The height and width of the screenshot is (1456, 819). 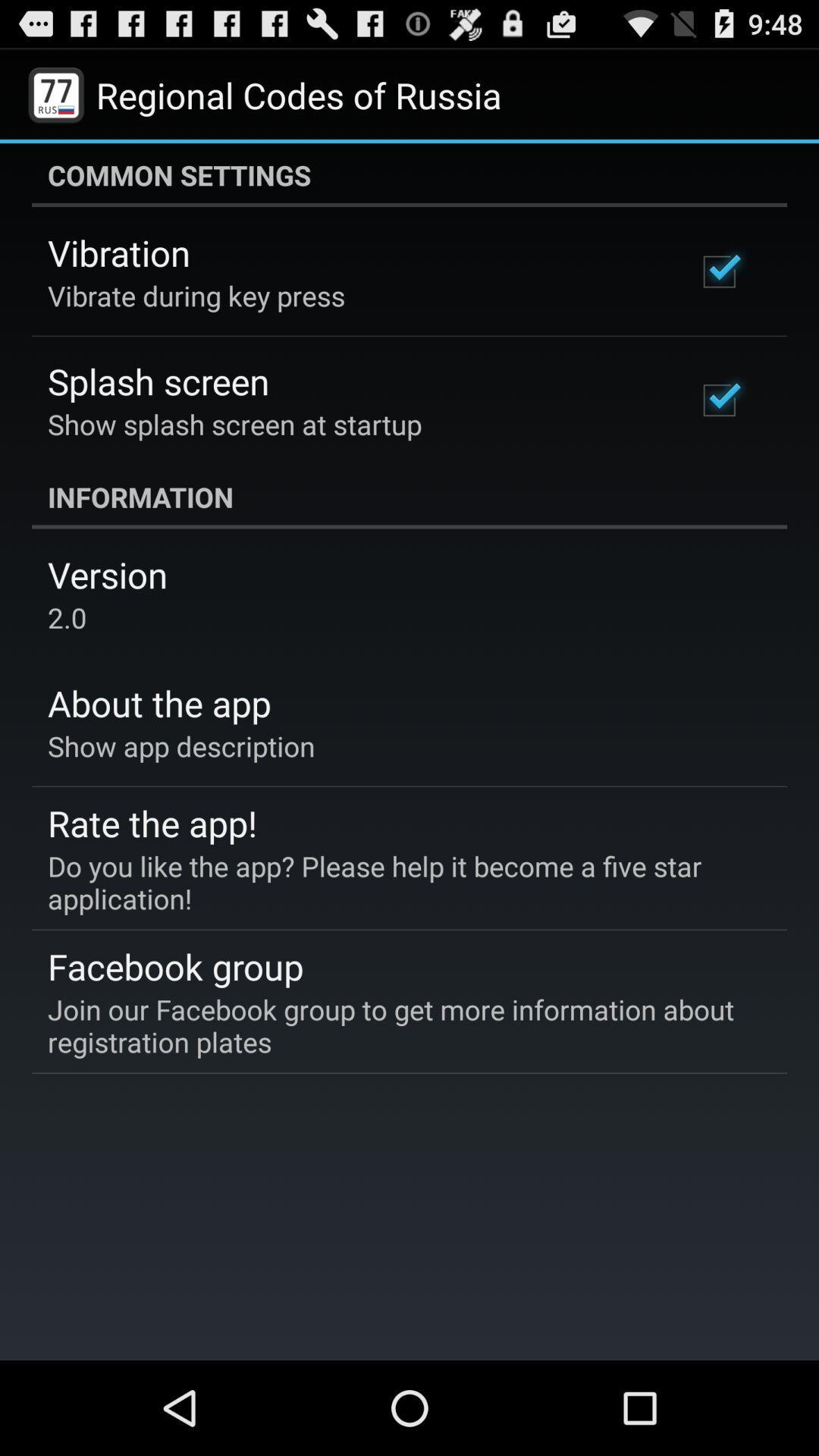 I want to click on app below vibration app, so click(x=196, y=295).